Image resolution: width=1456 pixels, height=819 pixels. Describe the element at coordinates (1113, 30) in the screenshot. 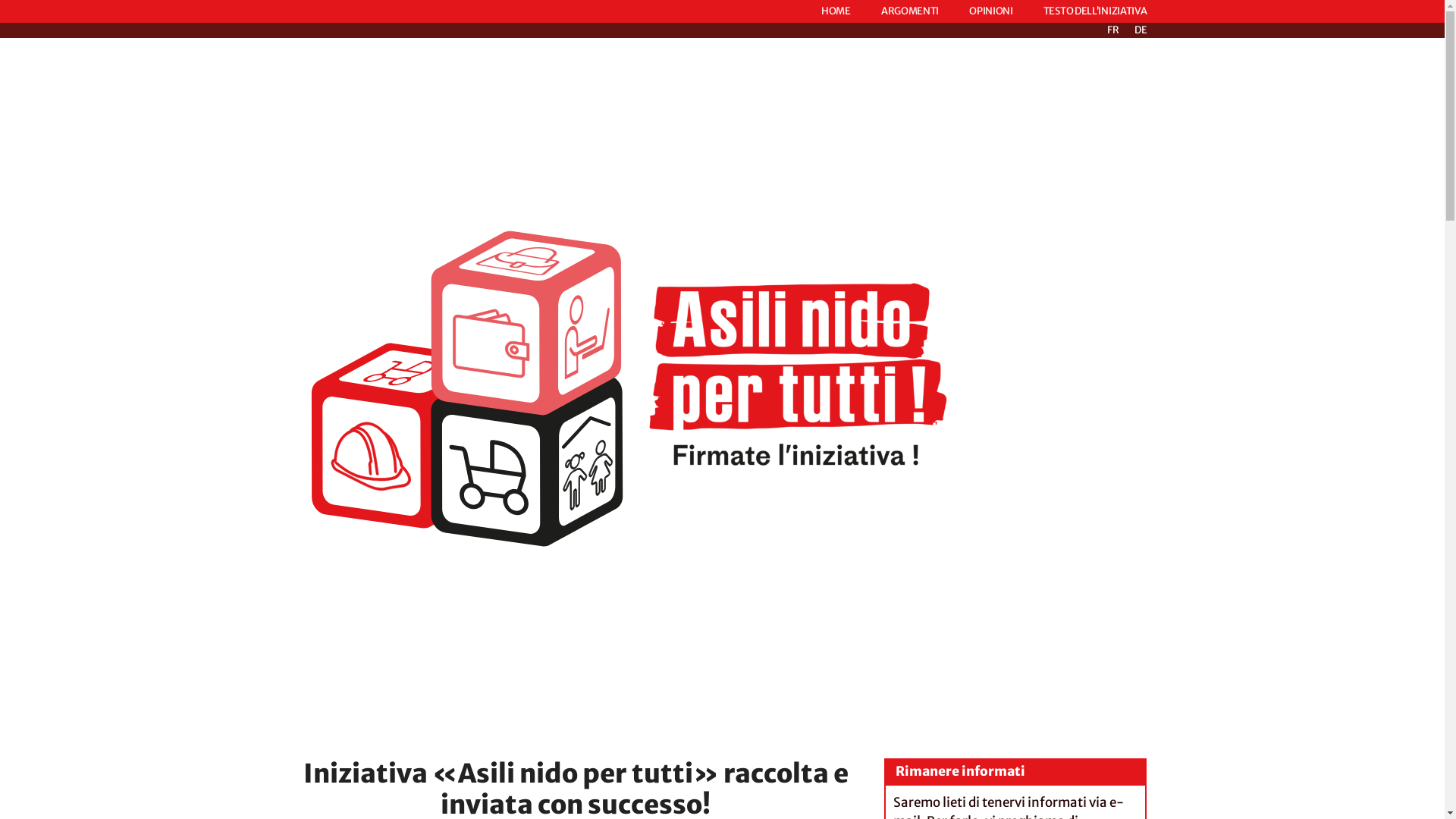

I see `'FR'` at that location.